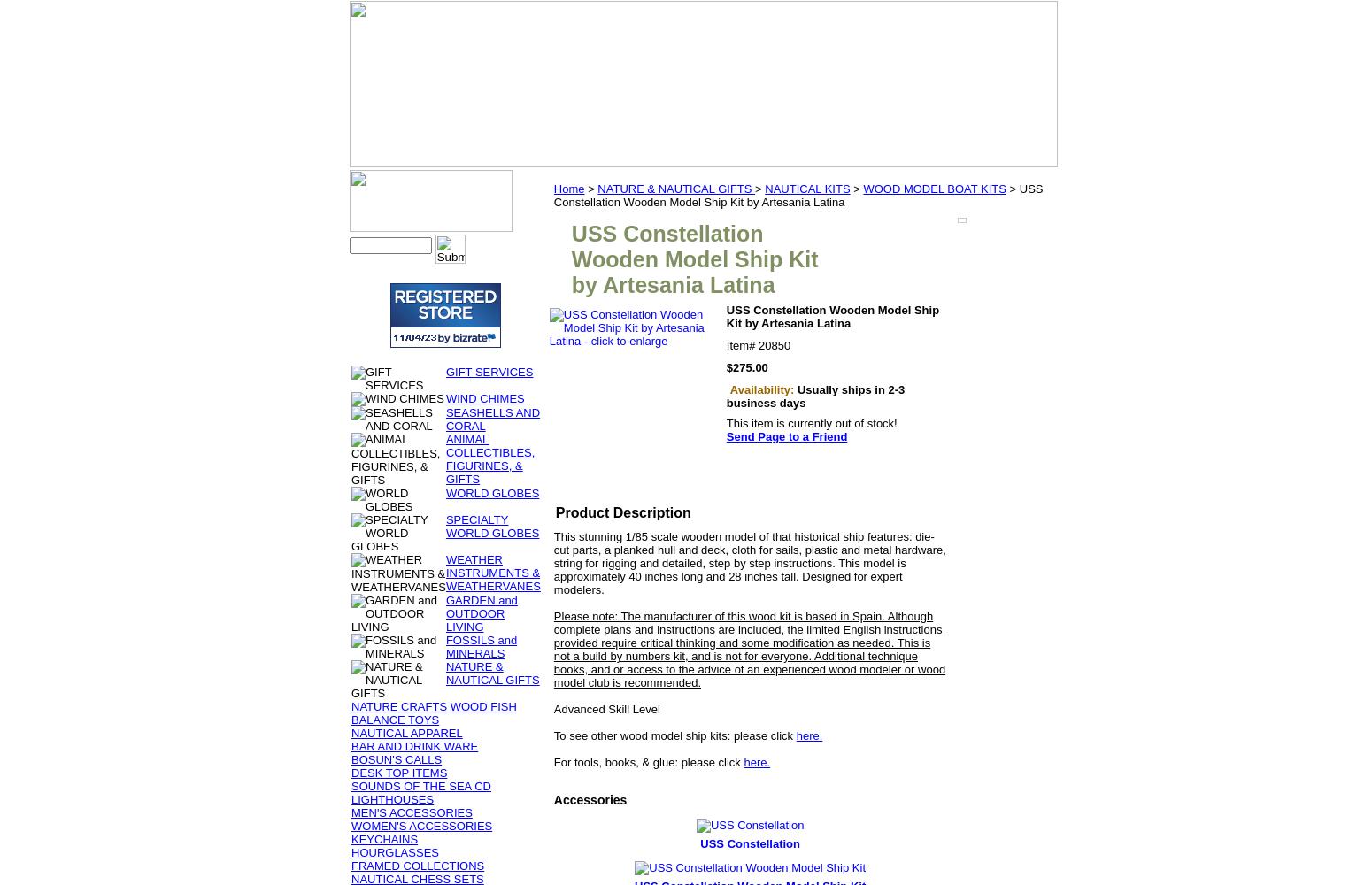 This screenshot has width=1372, height=885. What do you see at coordinates (392, 799) in the screenshot?
I see `'LIGHTHOUSES'` at bounding box center [392, 799].